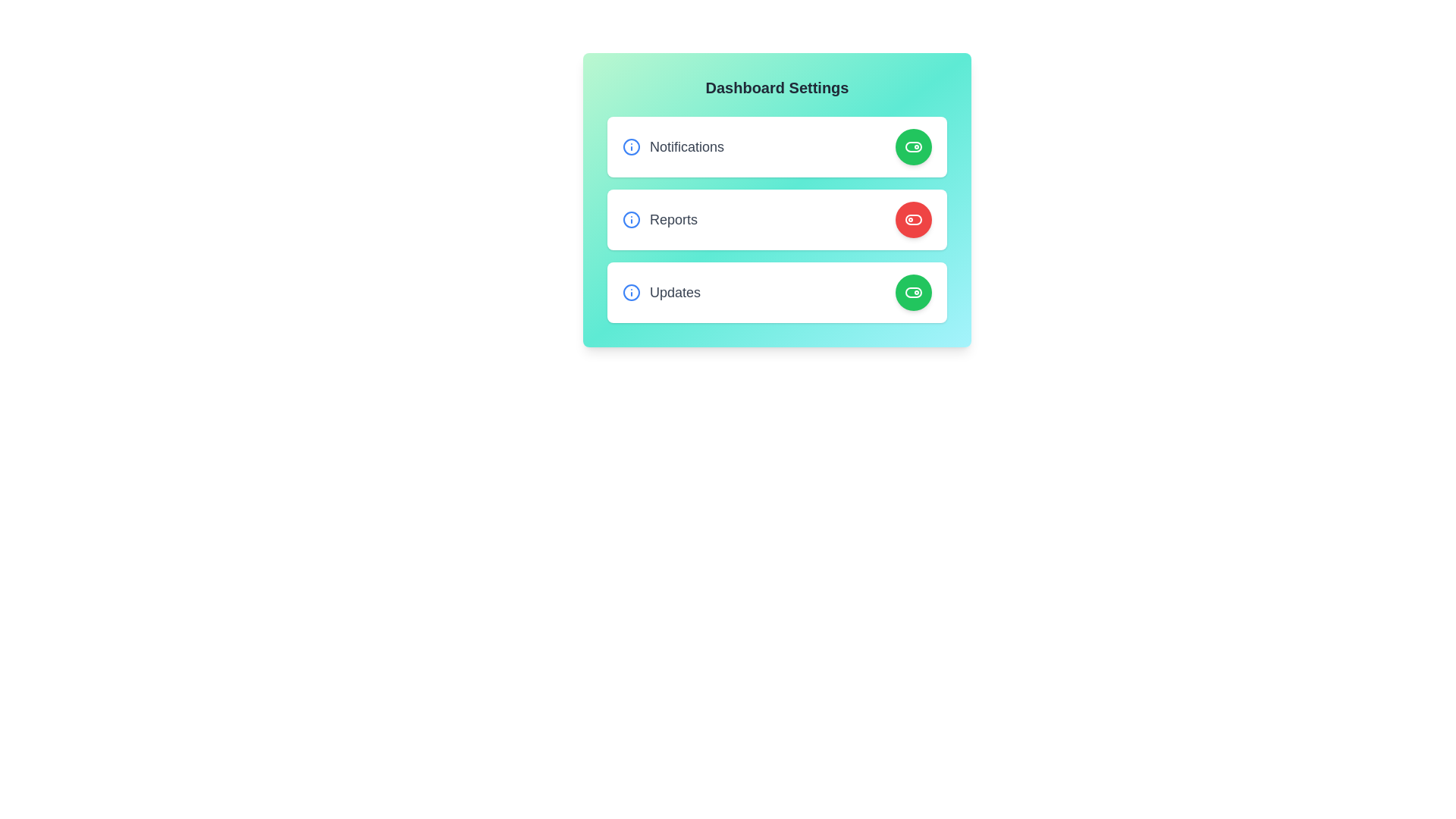 The image size is (1456, 819). I want to click on information icon for the Notifications setting, so click(632, 146).